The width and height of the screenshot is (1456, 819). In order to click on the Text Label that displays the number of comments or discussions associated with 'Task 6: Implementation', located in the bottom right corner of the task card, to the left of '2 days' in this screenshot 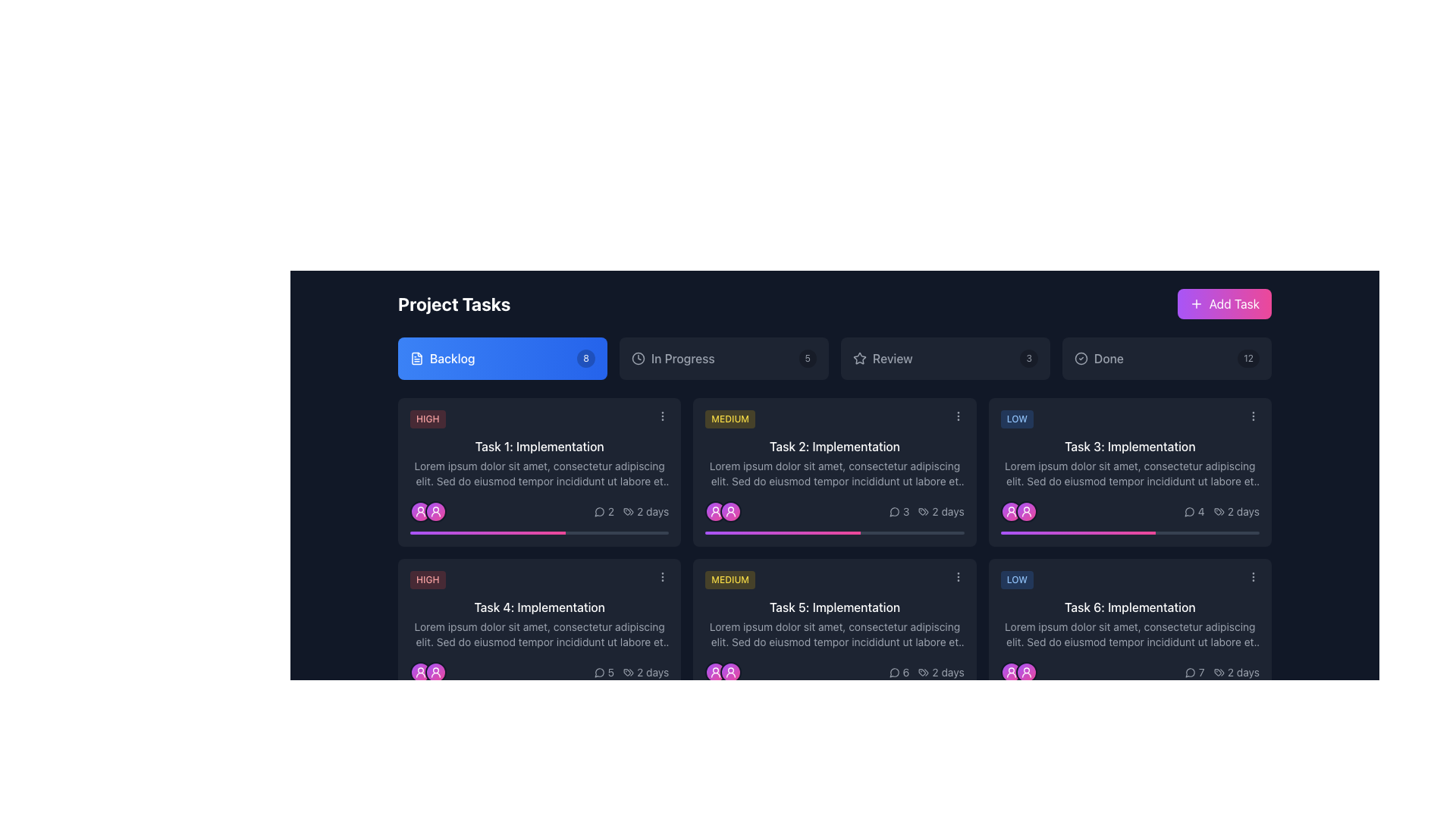, I will do `click(1194, 672)`.